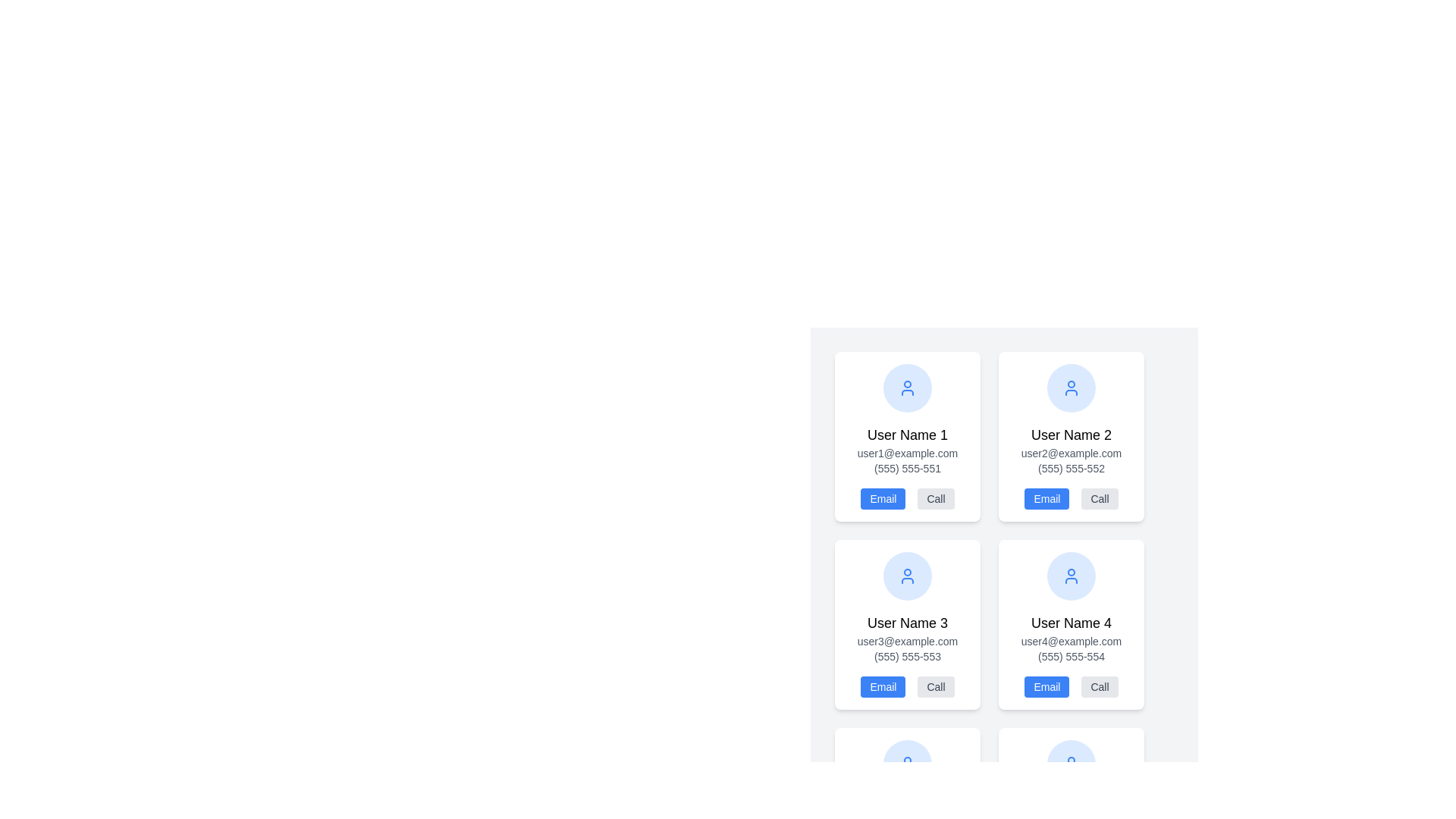 Image resolution: width=1456 pixels, height=819 pixels. I want to click on the non-interactive decorative avatar icon representing the user, which is the topmost item in a card layout located in the second column of a 2x2 grid, so click(1070, 388).